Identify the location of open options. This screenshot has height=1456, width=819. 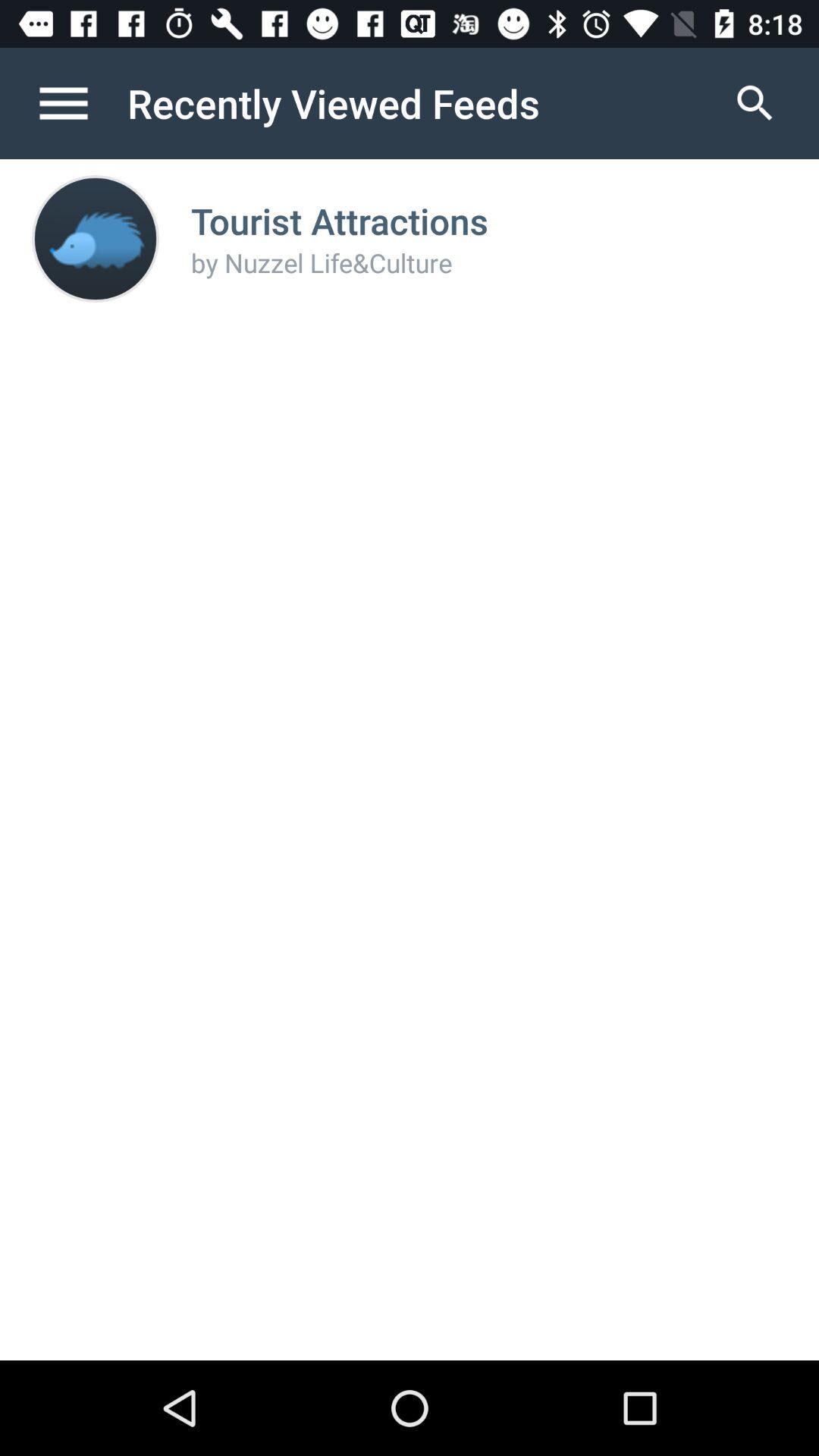
(79, 102).